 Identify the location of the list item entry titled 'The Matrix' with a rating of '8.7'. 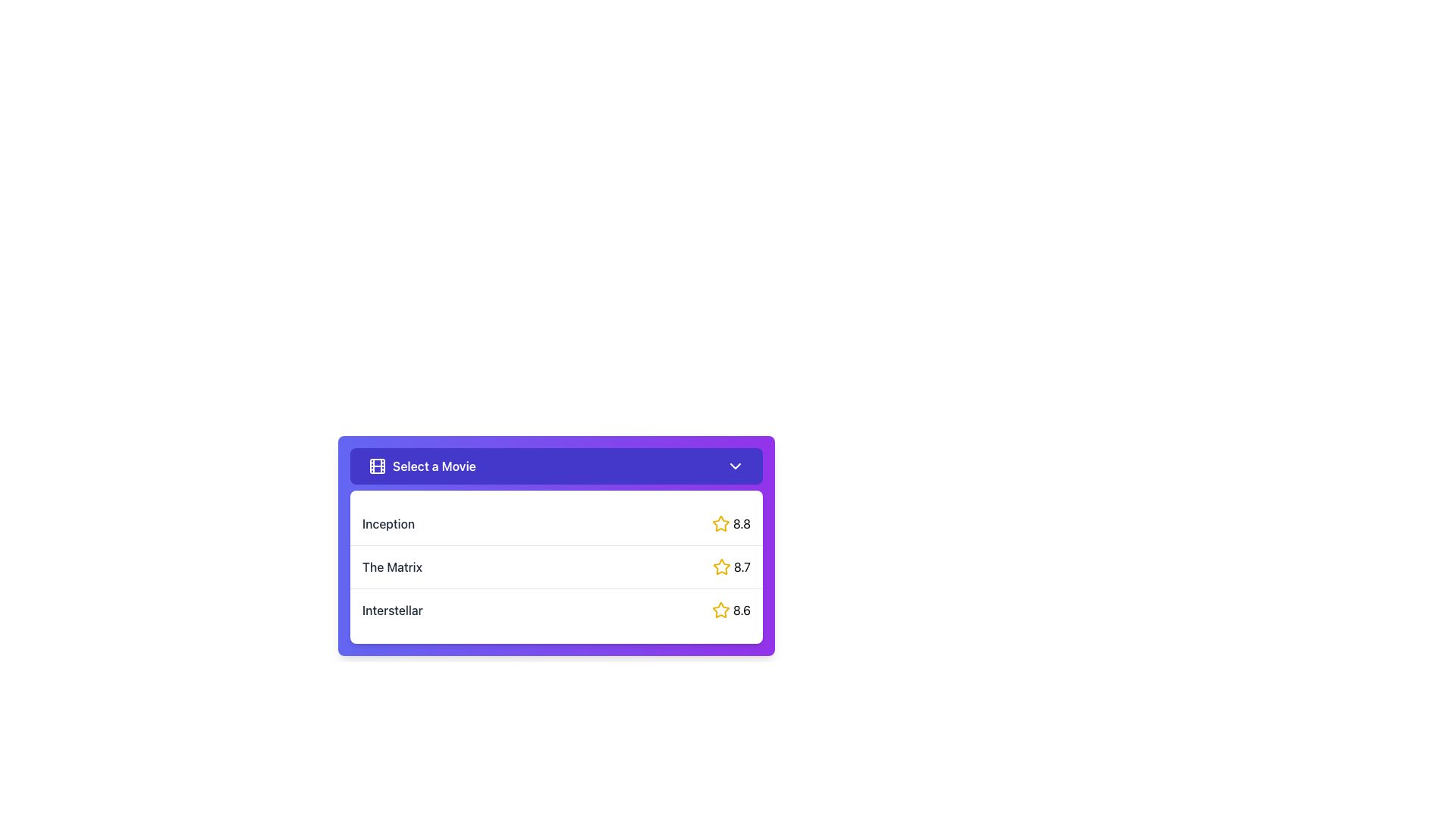
(556, 566).